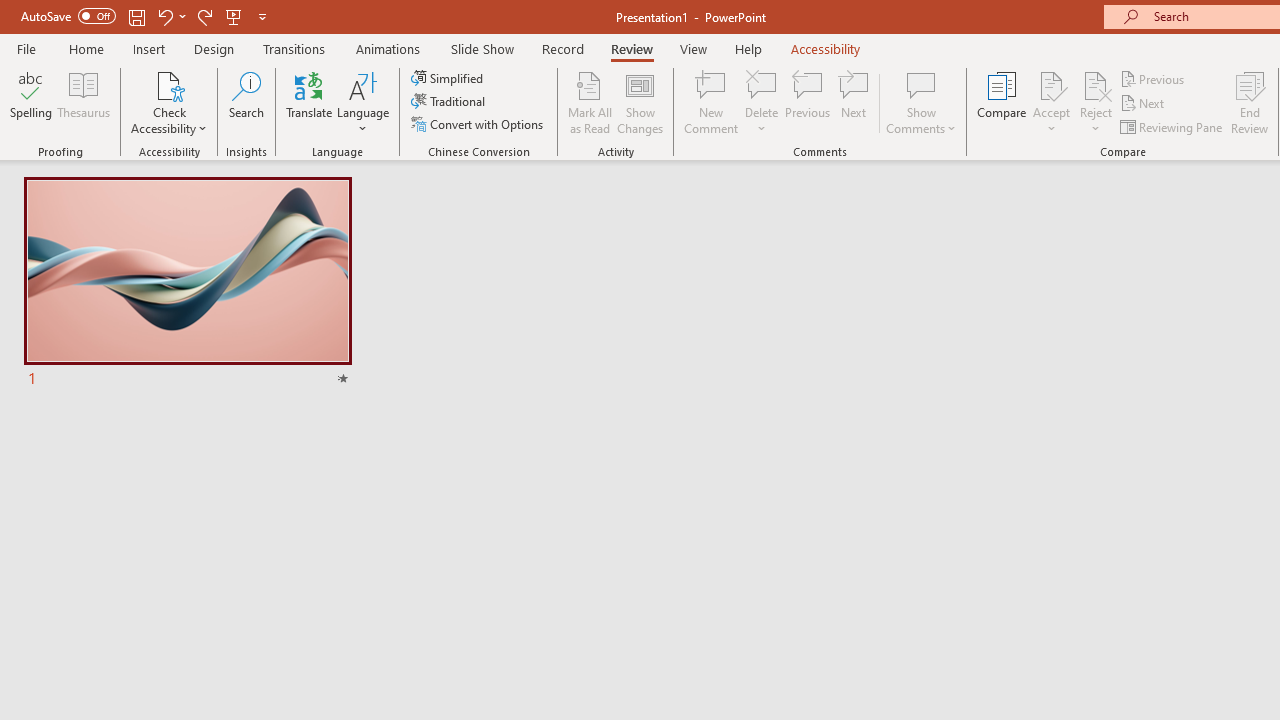 The image size is (1280, 720). I want to click on 'Reject', so click(1095, 103).